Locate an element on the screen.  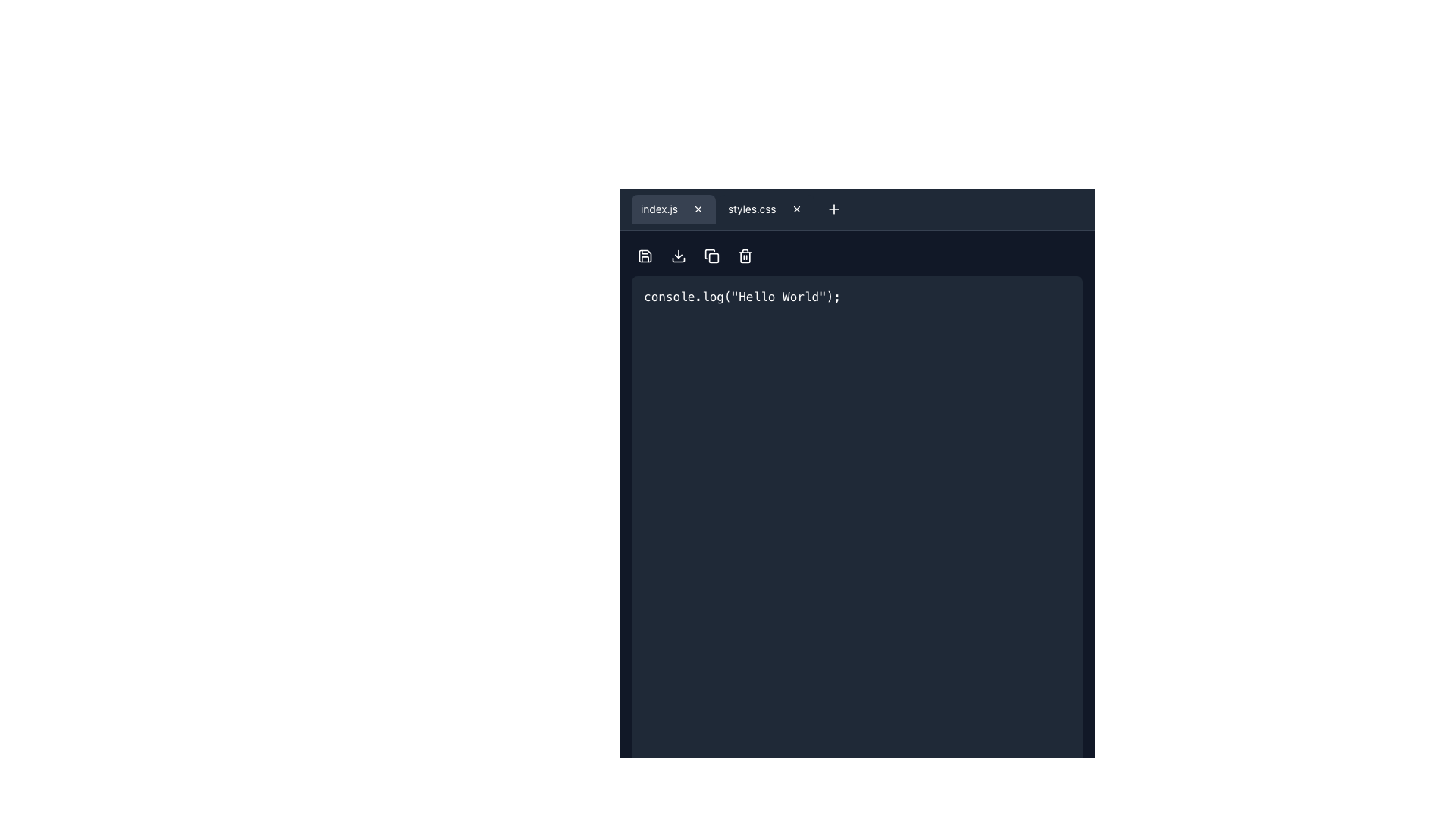
the Close button of the 'styles.css' tab is located at coordinates (795, 209).